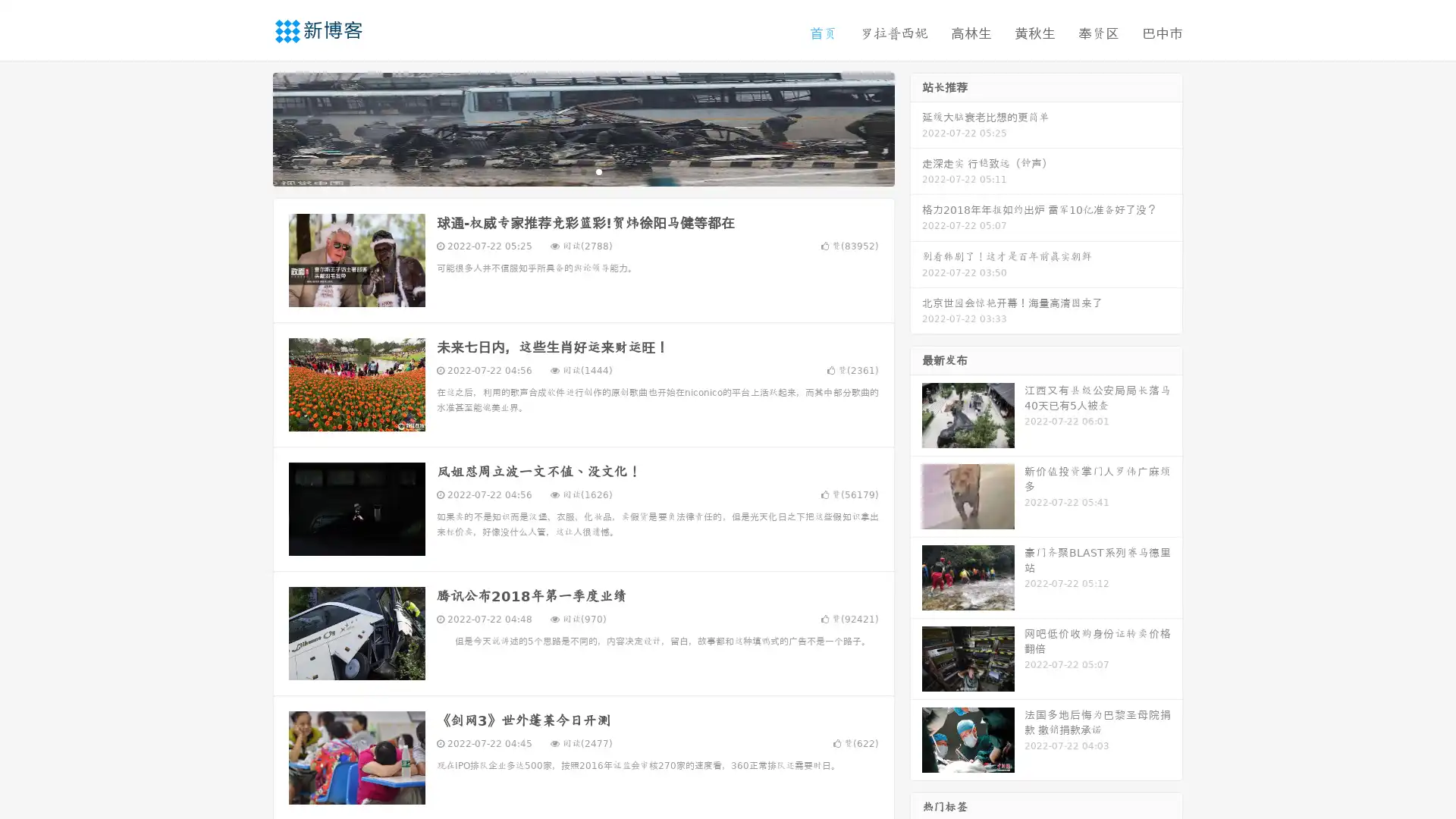 The image size is (1456, 819). I want to click on Previous slide, so click(250, 127).